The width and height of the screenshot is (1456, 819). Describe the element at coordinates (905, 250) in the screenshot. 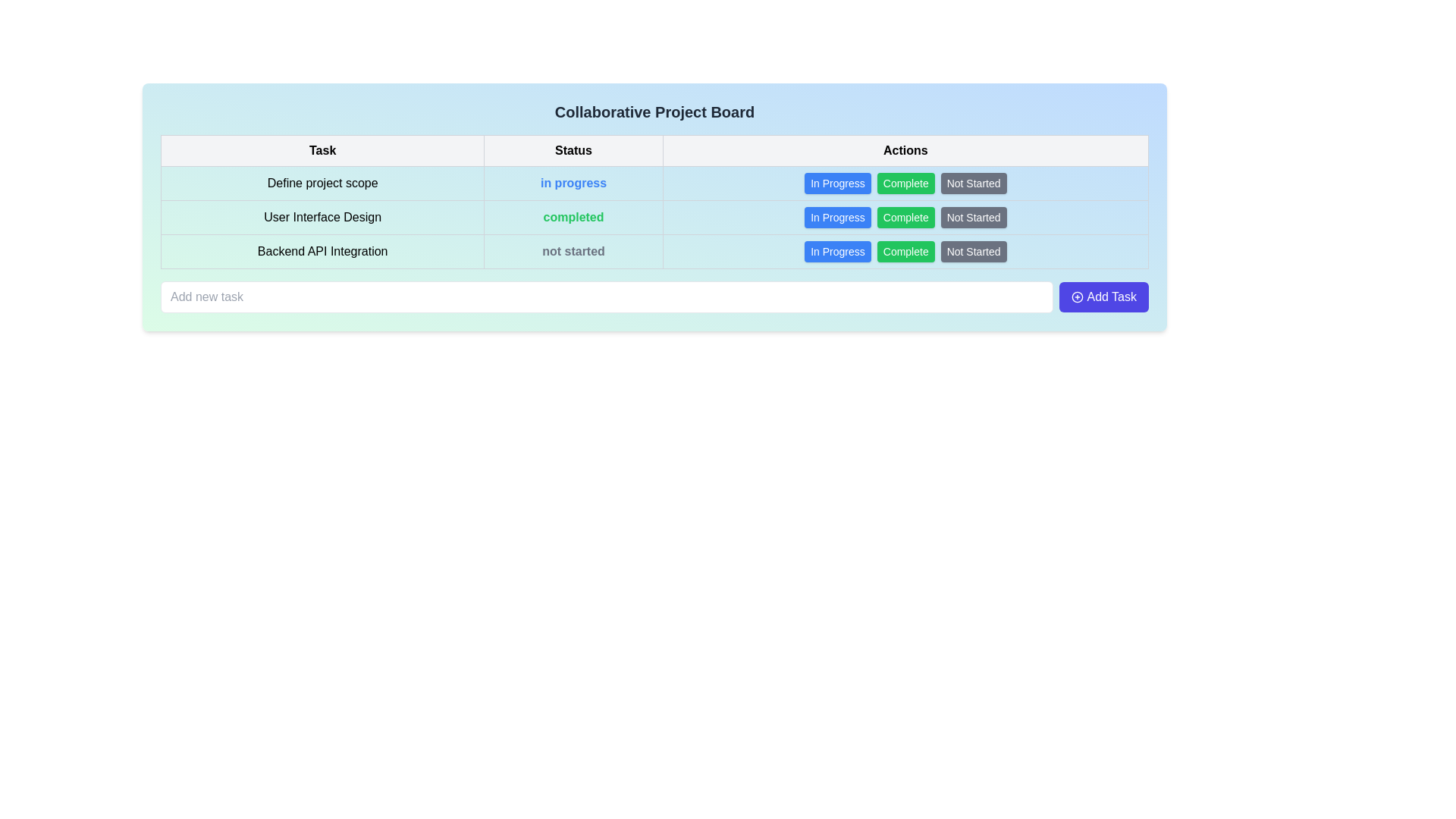

I see `the Grouped Buttons located in the 'Actions' column of the 'Backend API Integration' row for keyboard navigation` at that location.